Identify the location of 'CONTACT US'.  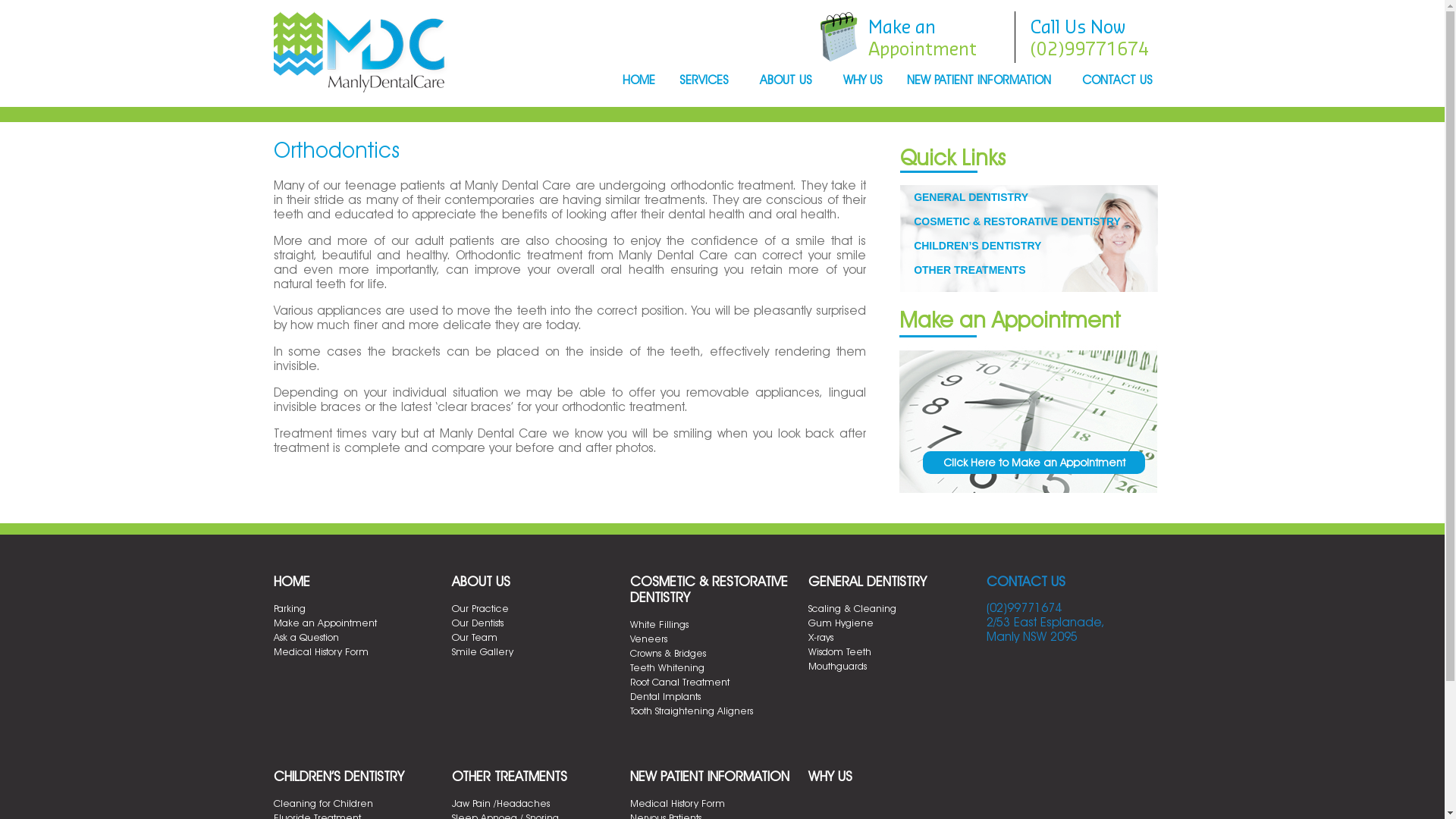
(1025, 580).